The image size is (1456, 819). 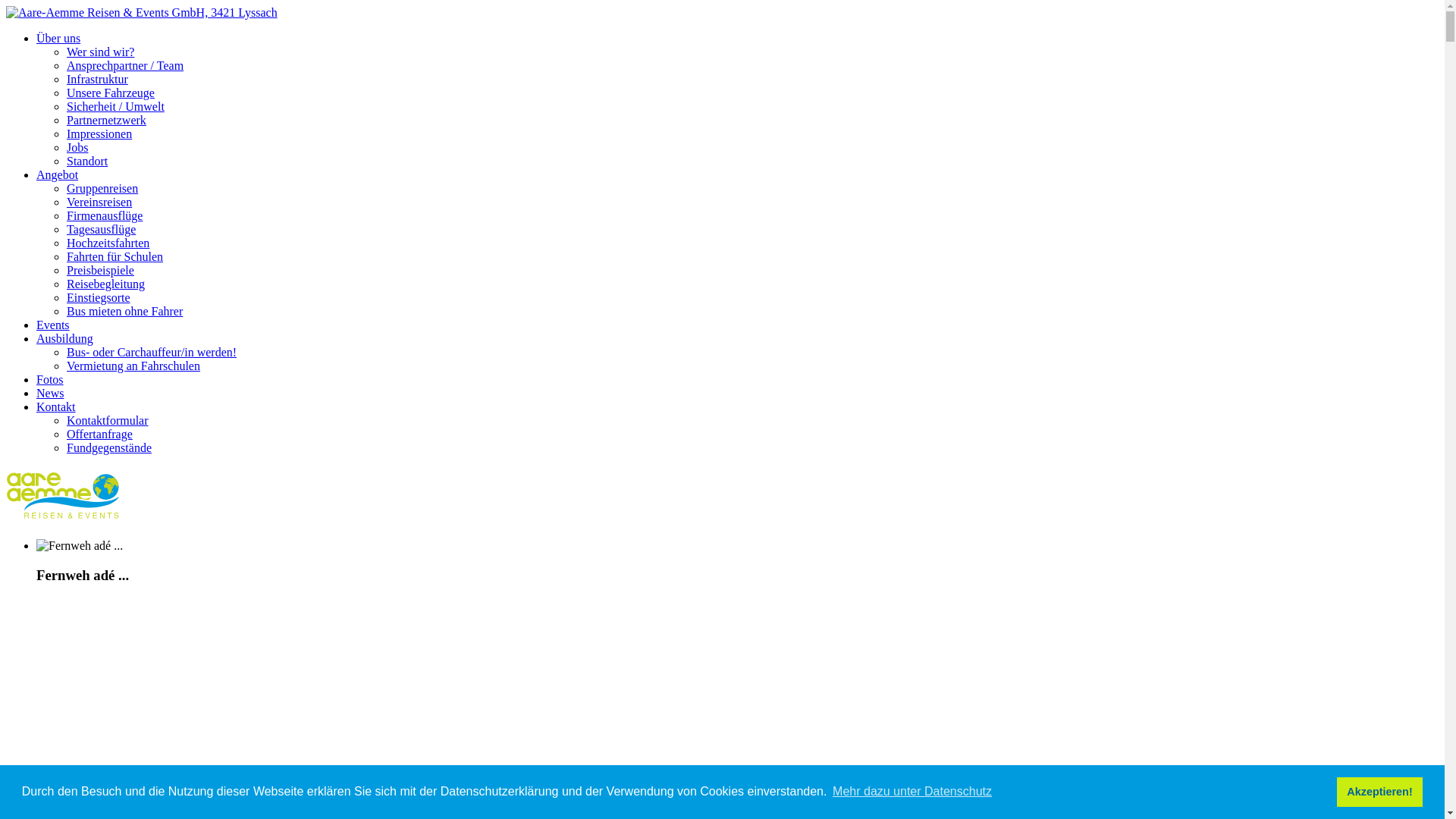 What do you see at coordinates (50, 378) in the screenshot?
I see `'Fotos'` at bounding box center [50, 378].